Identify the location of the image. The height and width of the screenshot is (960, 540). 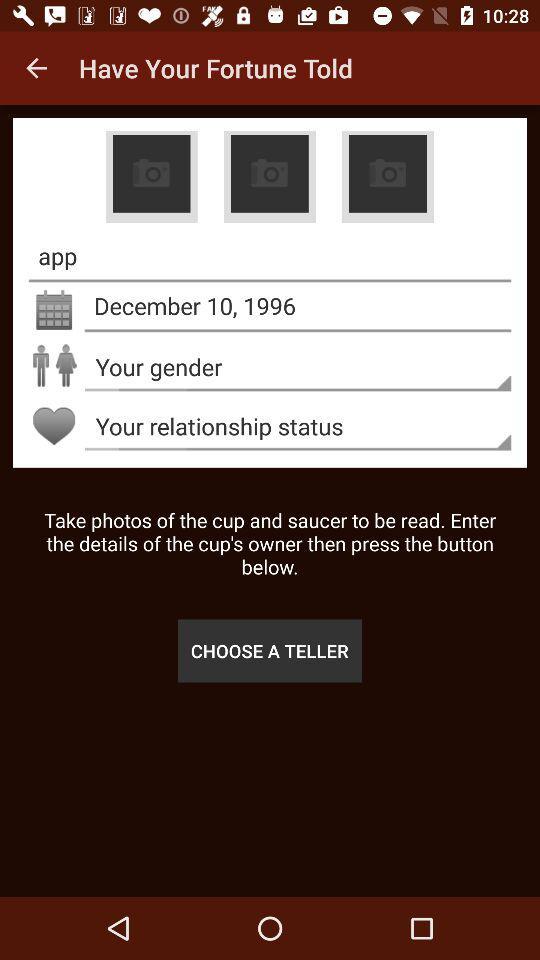
(150, 176).